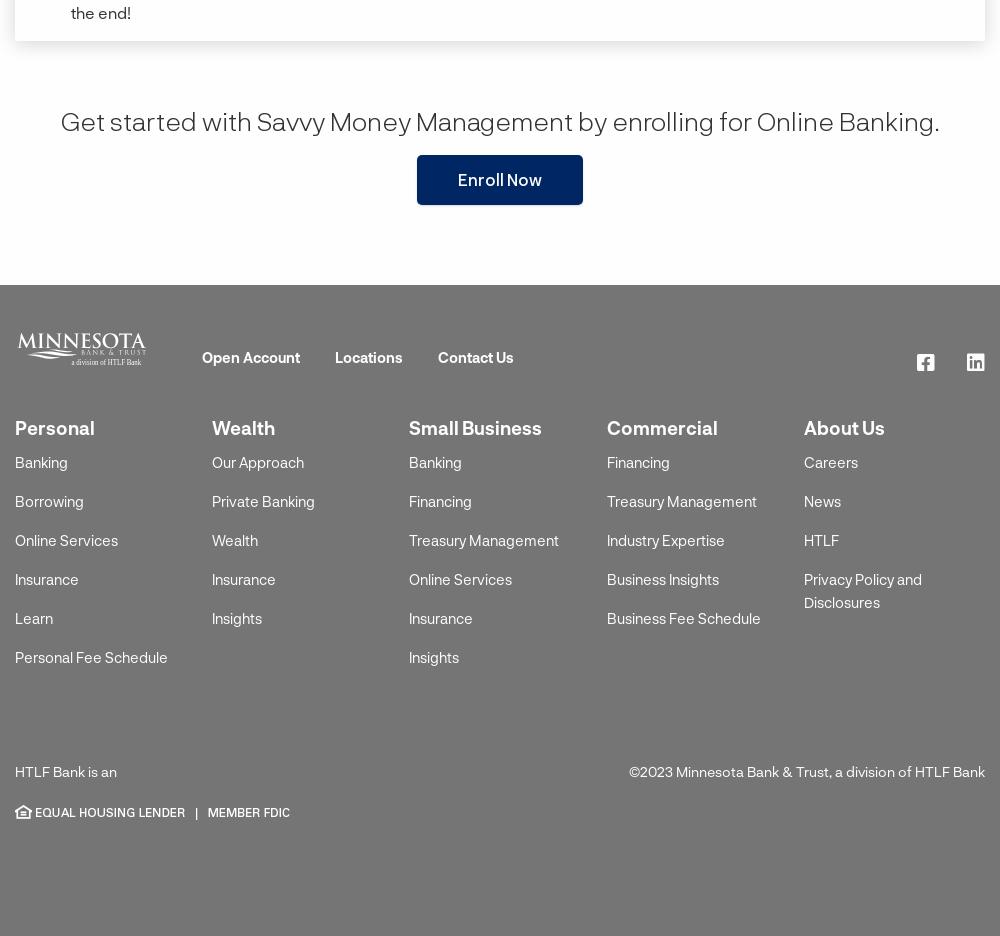  What do you see at coordinates (829, 461) in the screenshot?
I see `'Careers'` at bounding box center [829, 461].